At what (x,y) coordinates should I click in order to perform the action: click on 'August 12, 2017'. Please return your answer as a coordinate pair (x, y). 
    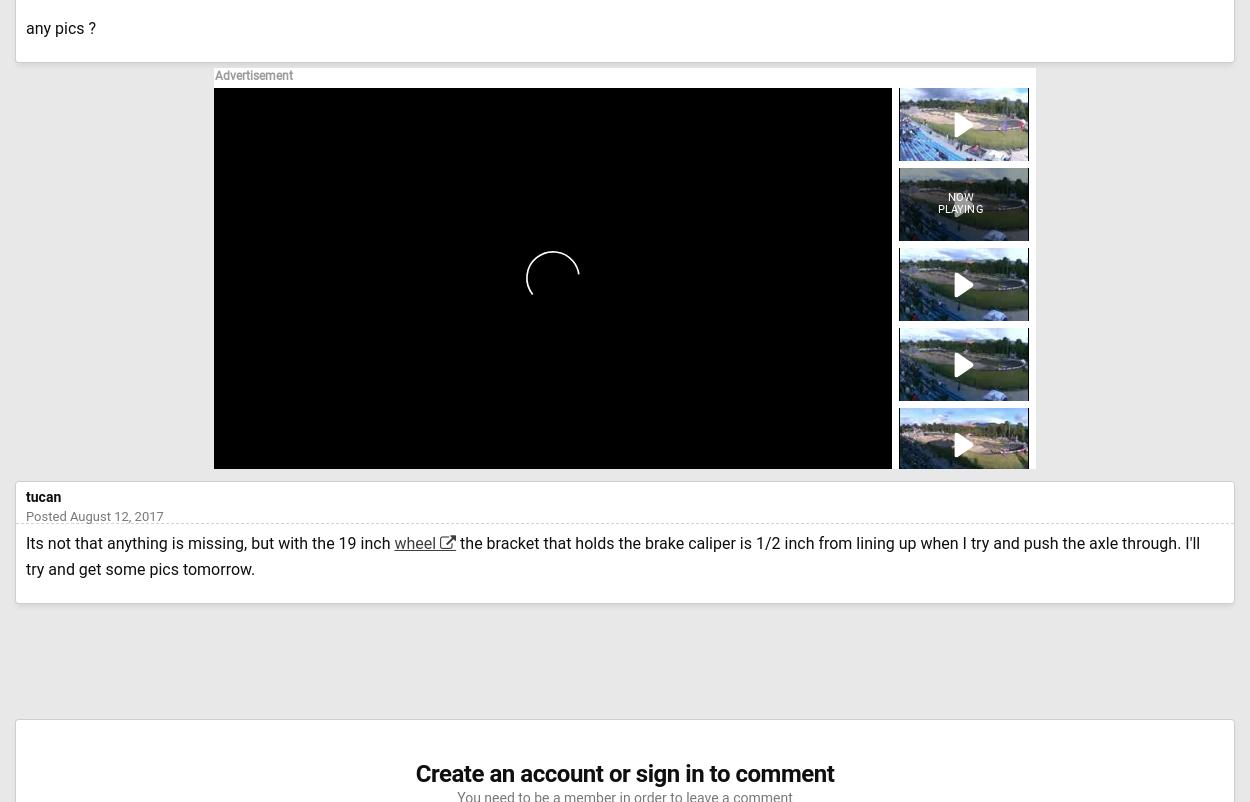
    Looking at the image, I should click on (114, 515).